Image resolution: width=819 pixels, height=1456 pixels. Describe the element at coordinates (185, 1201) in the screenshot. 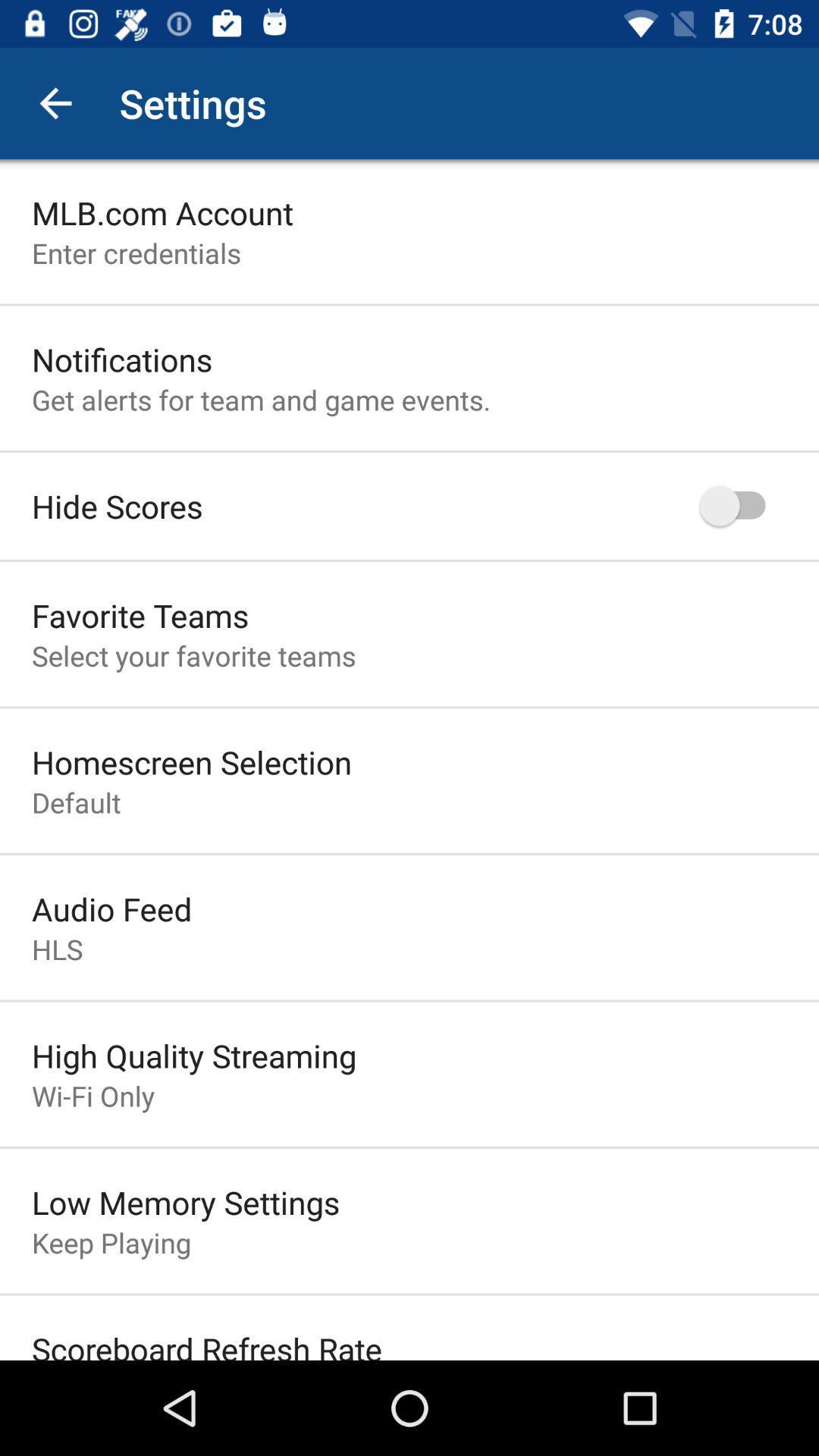

I see `the item below wi-fi only item` at that location.